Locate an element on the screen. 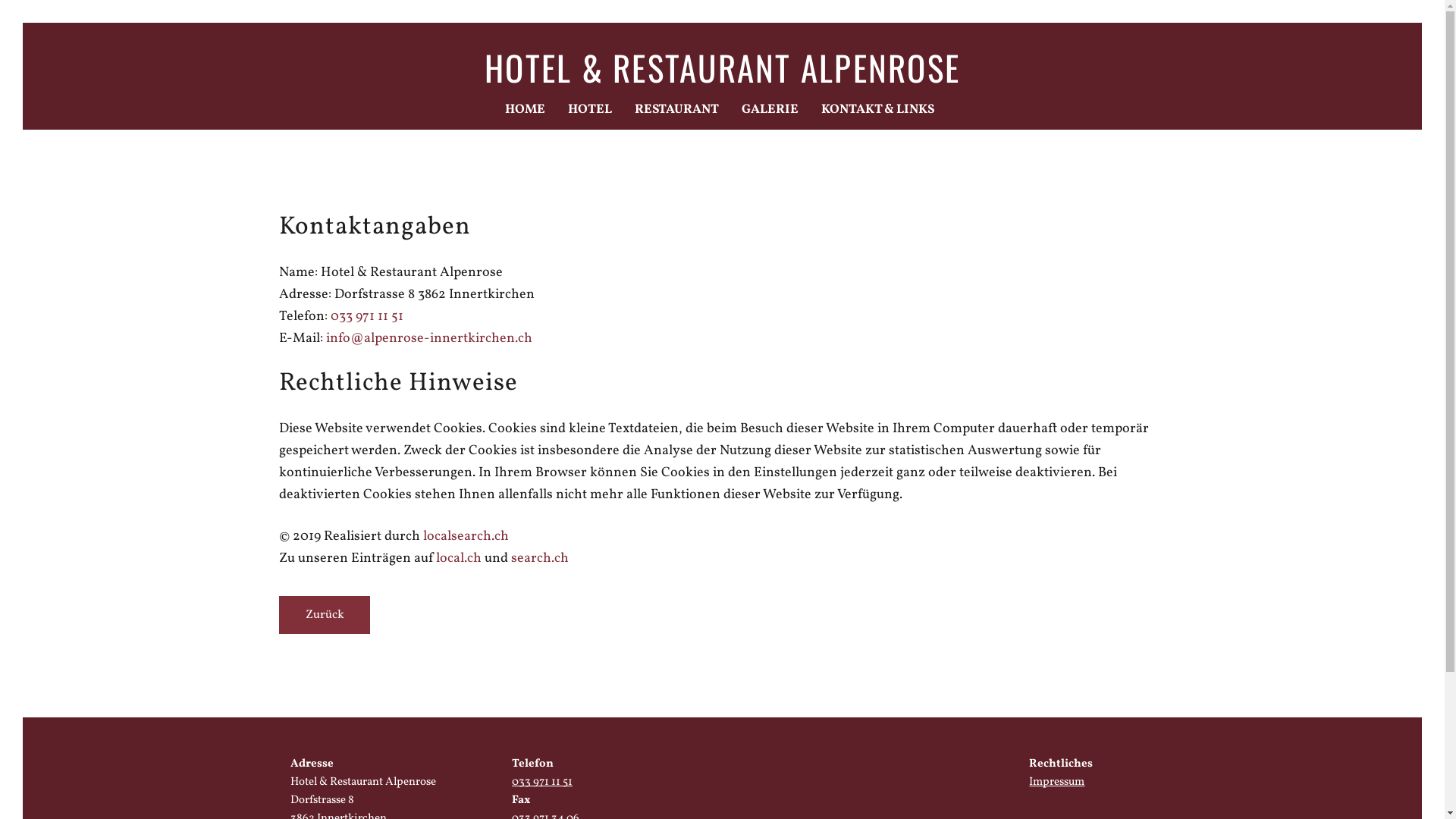  'info@alpenrose-innertkirchen.ch' is located at coordinates (428, 337).